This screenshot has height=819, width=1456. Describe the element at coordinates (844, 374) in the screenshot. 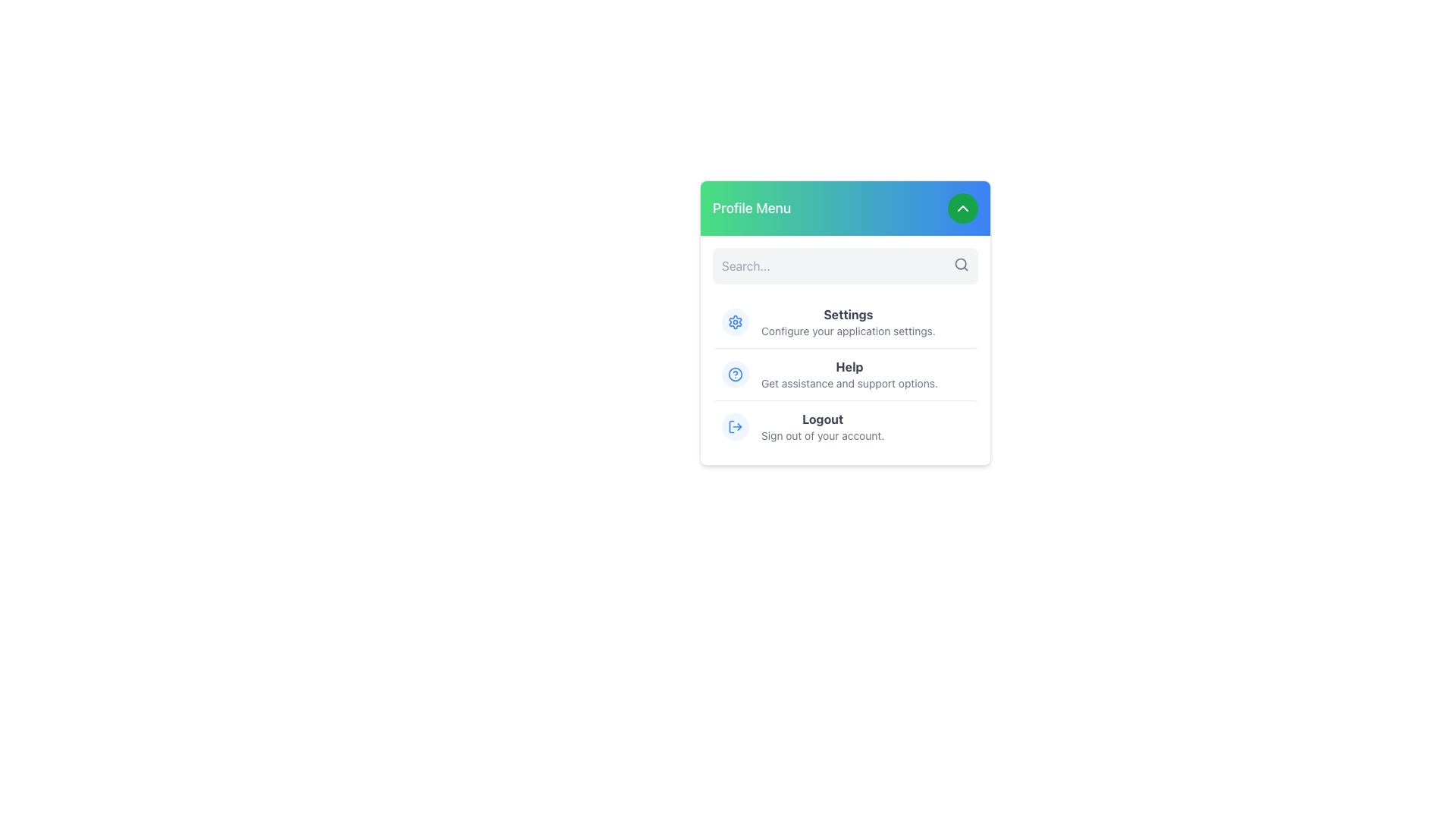

I see `the 'Help' menu item in the Profile Menu` at that location.